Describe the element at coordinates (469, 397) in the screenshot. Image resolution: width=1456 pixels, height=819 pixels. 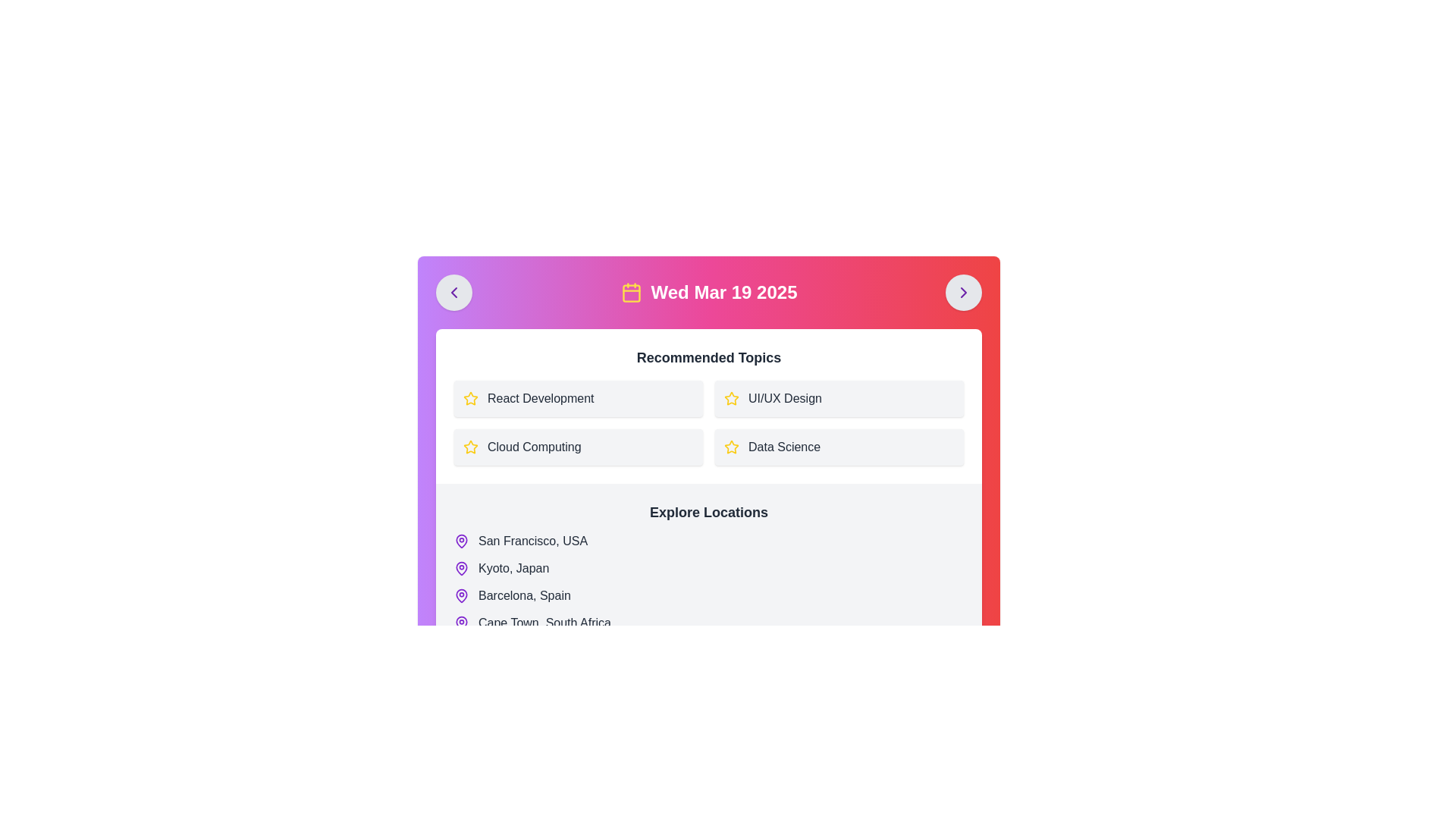
I see `the first yellow star icon next to the text 'React Development' in the recommended topics grid` at that location.